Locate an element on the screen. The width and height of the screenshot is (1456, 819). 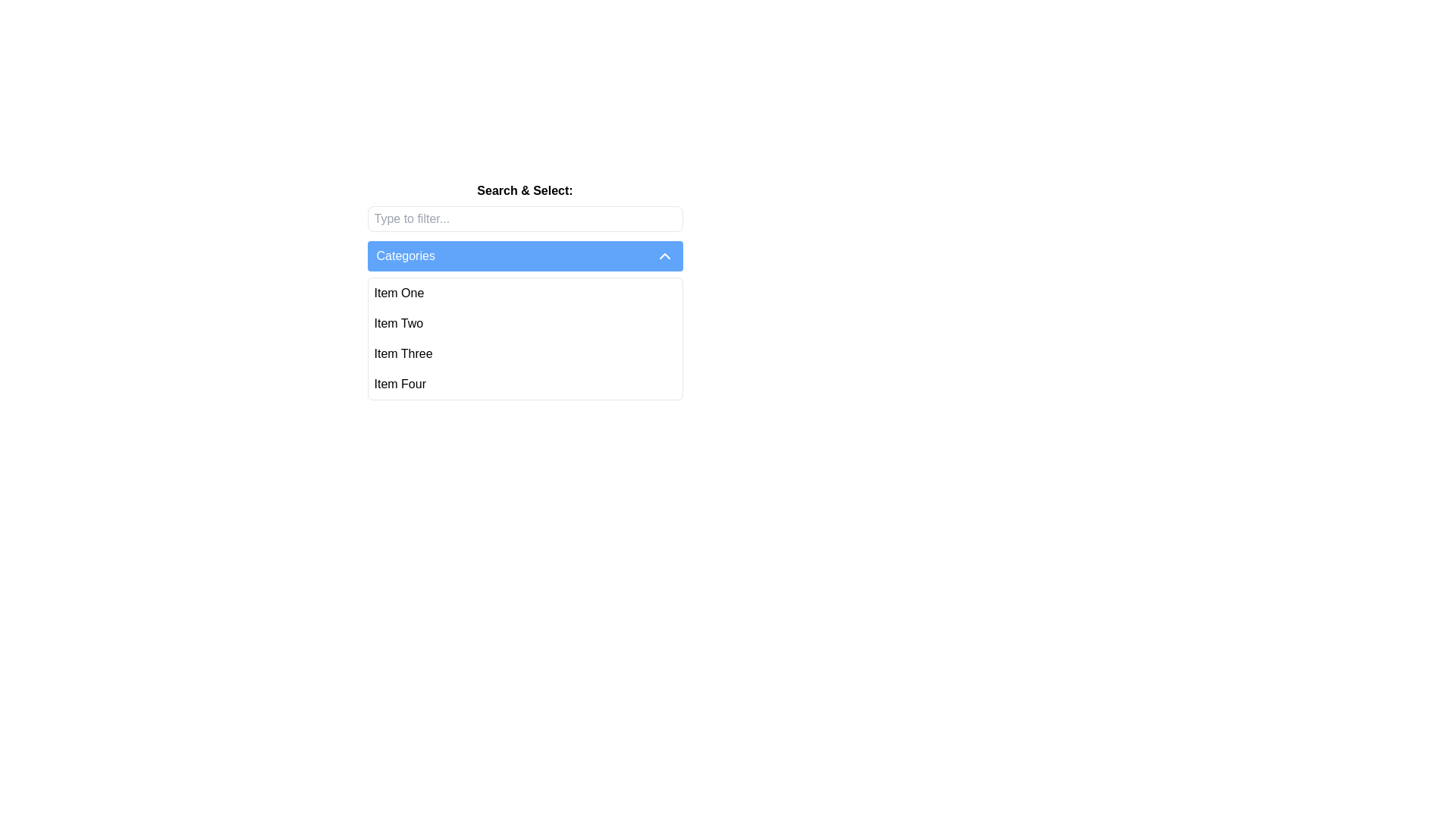
the text label displaying 'Item One' in the dropdown list is located at coordinates (399, 293).